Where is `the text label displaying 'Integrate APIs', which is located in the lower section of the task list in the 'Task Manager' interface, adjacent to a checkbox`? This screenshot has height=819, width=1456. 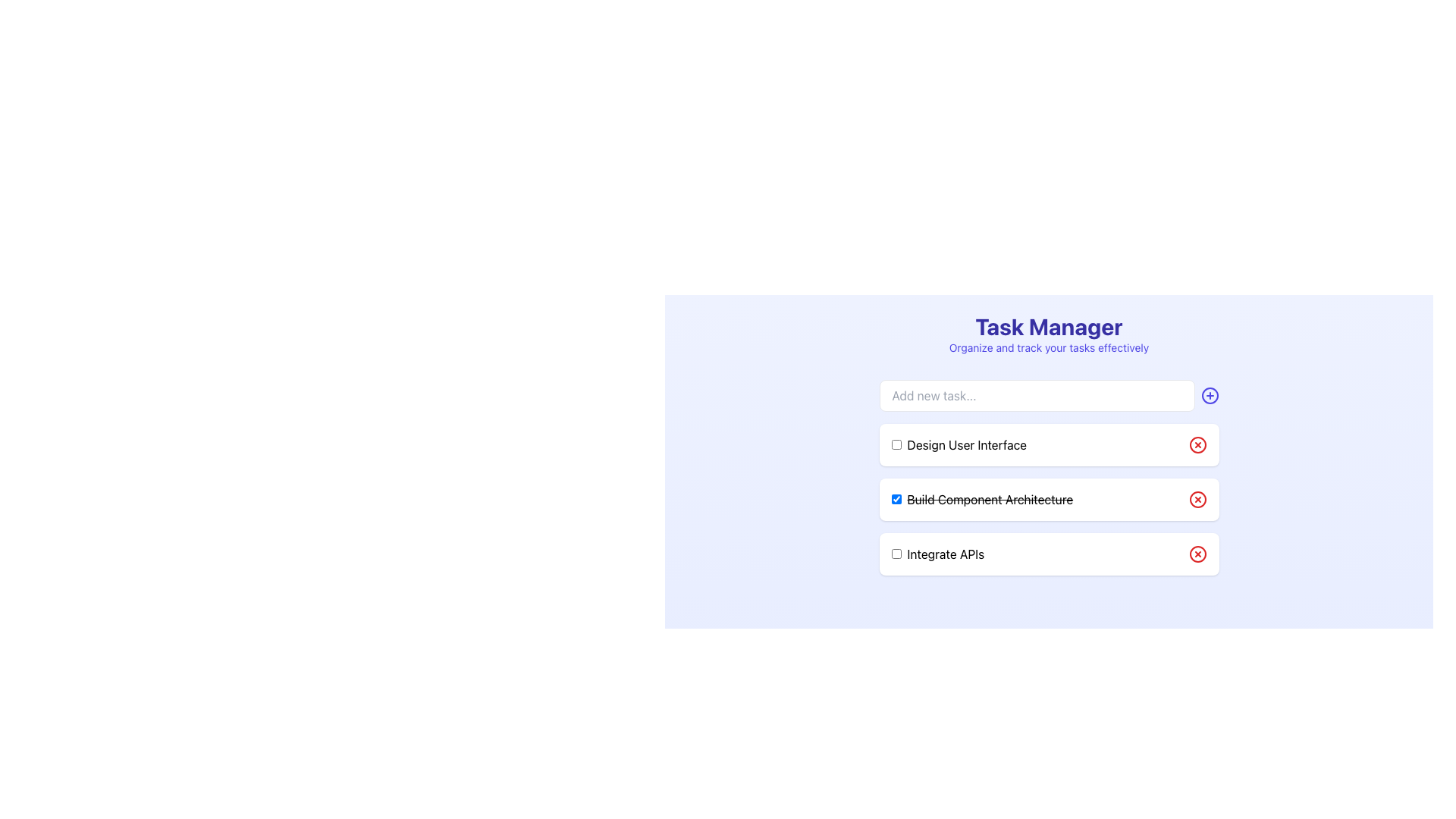
the text label displaying 'Integrate APIs', which is located in the lower section of the task list in the 'Task Manager' interface, adjacent to a checkbox is located at coordinates (945, 554).